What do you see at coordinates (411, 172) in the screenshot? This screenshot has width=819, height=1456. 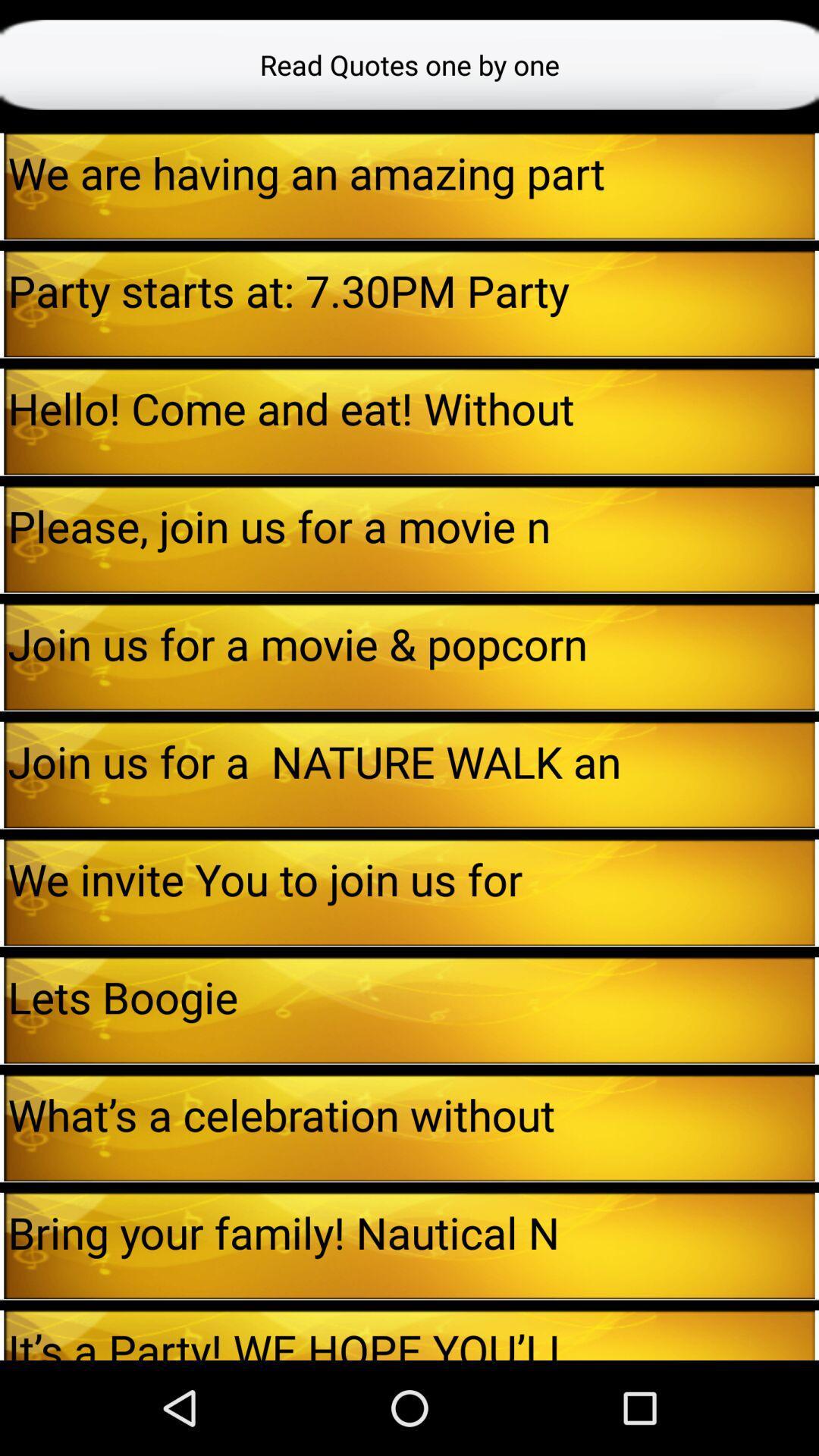 I see `we are having item` at bounding box center [411, 172].